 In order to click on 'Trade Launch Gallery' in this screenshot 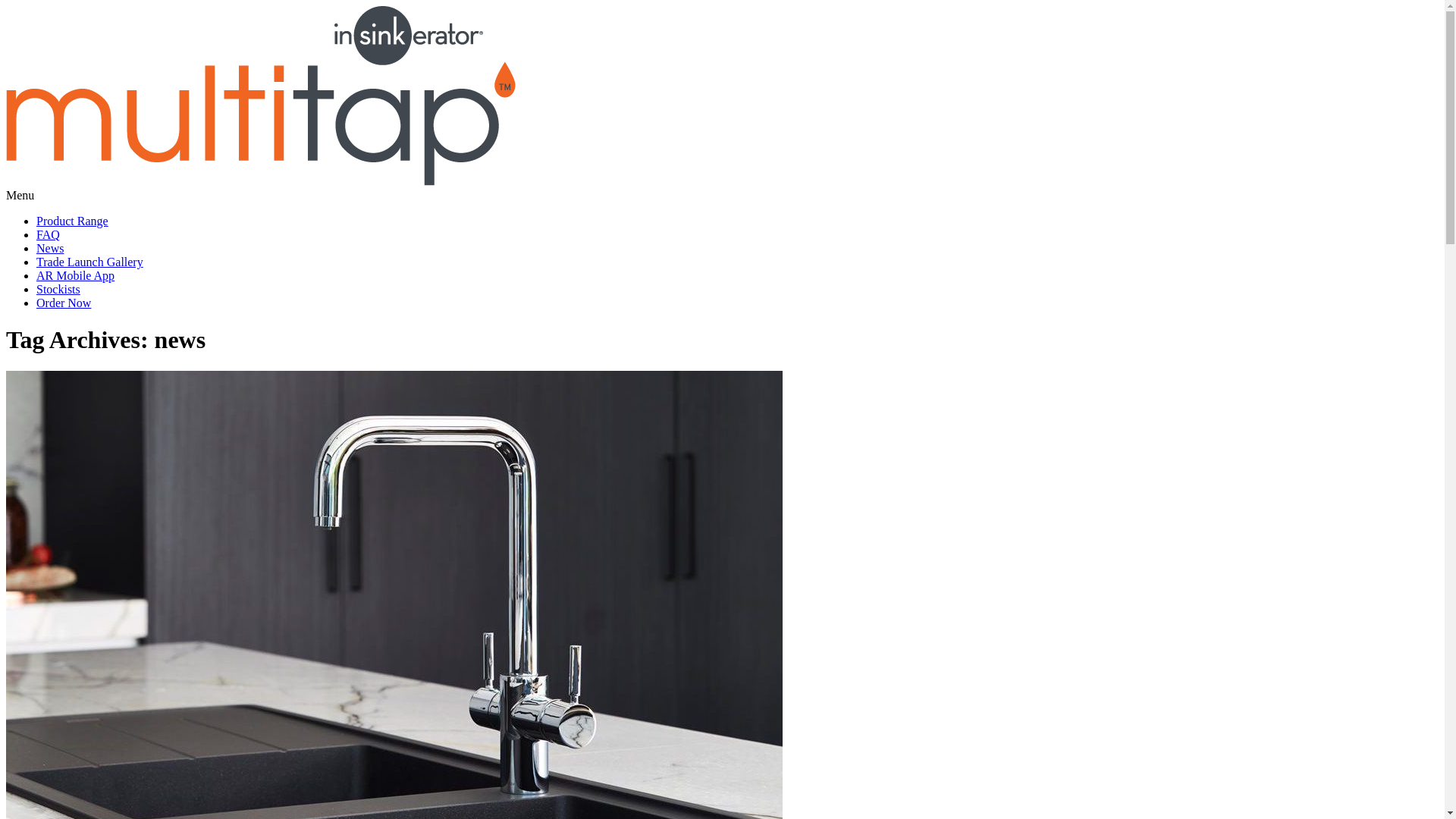, I will do `click(89, 261)`.